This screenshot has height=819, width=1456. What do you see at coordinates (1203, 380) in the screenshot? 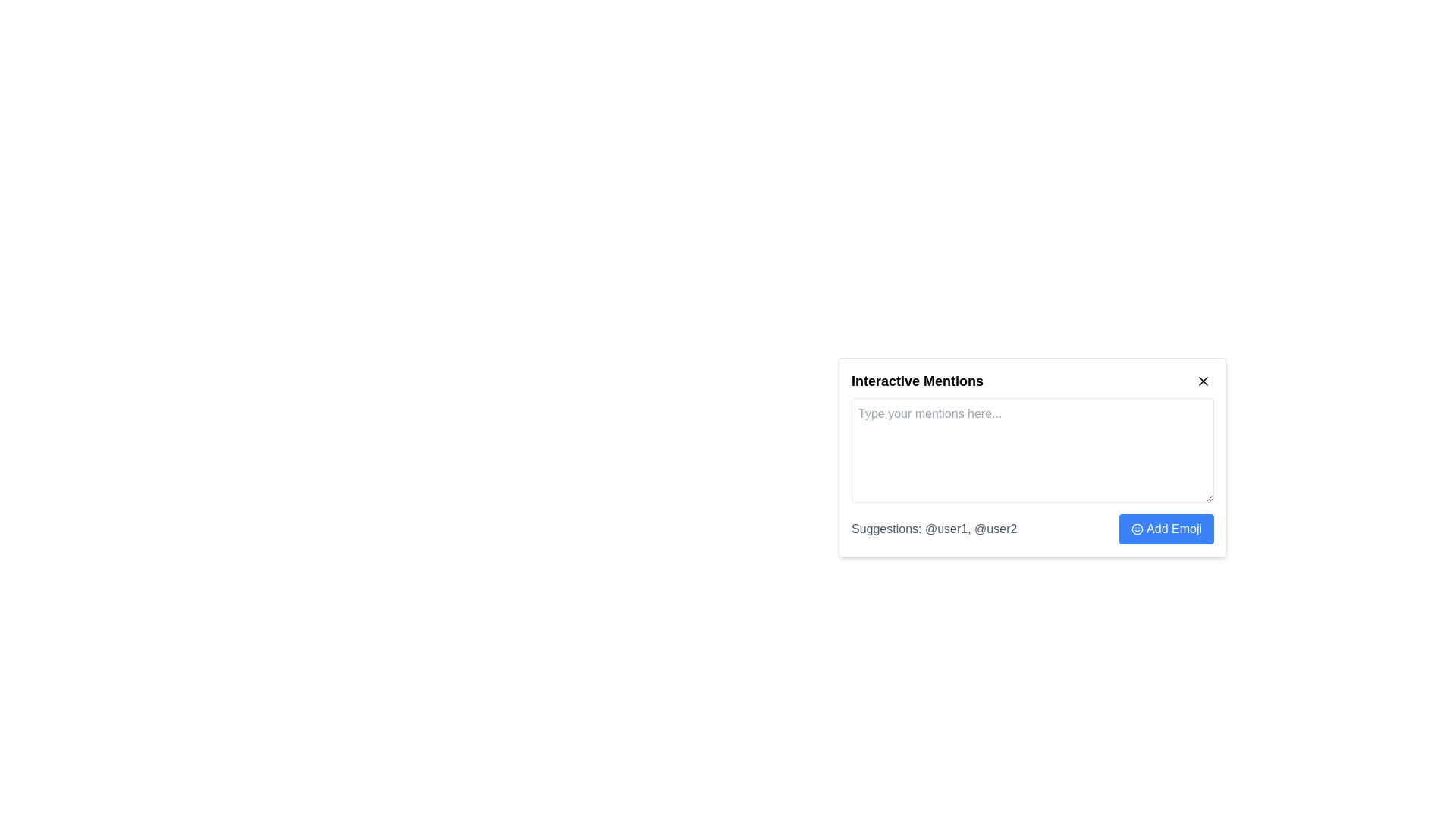
I see `the 'X' icon button located at the top-right corner of the 'Interactive Mentions' section` at bounding box center [1203, 380].